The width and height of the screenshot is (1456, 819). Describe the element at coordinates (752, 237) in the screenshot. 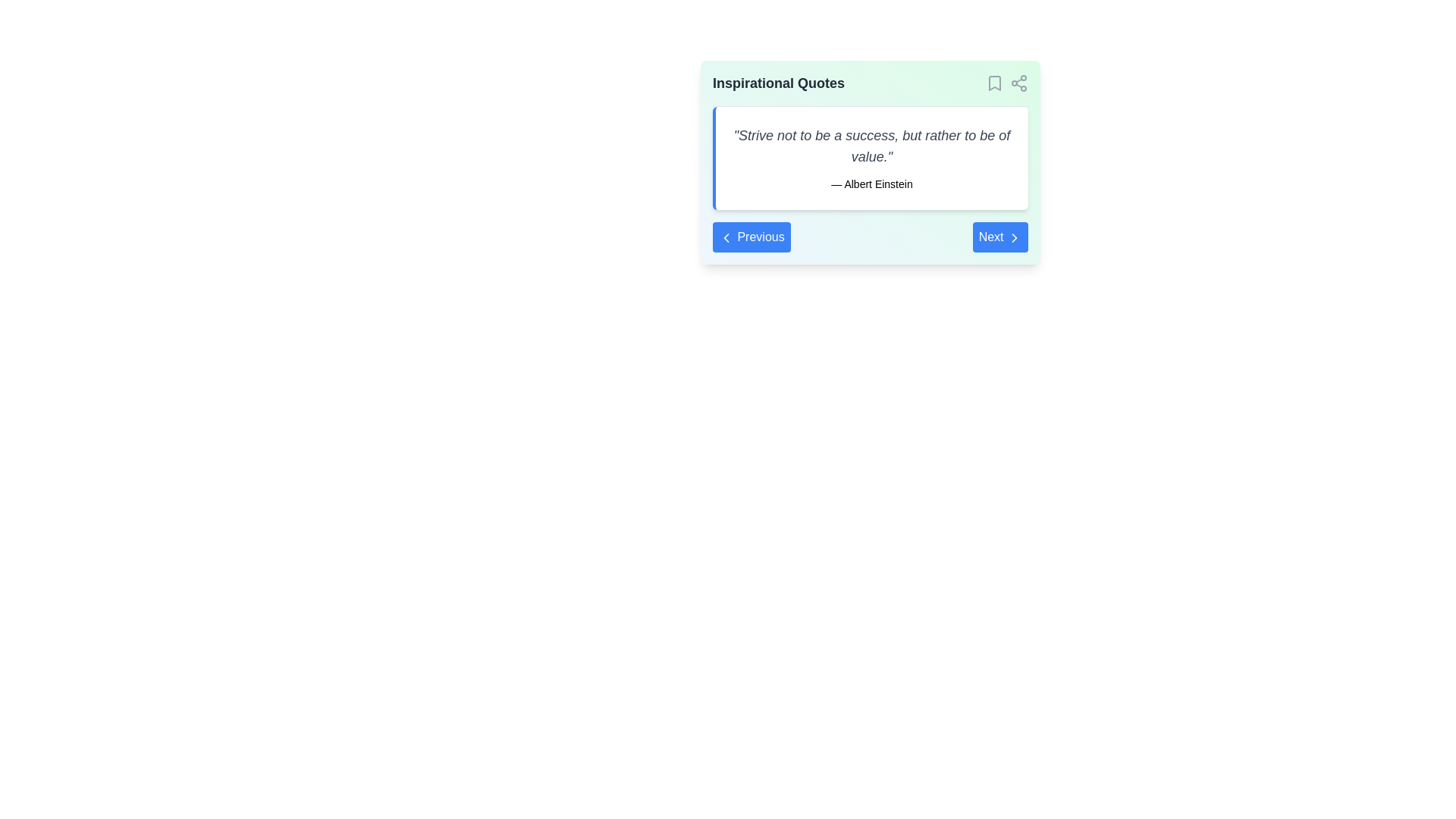

I see `the navigation button located in the lower-left section of the quote card` at that location.